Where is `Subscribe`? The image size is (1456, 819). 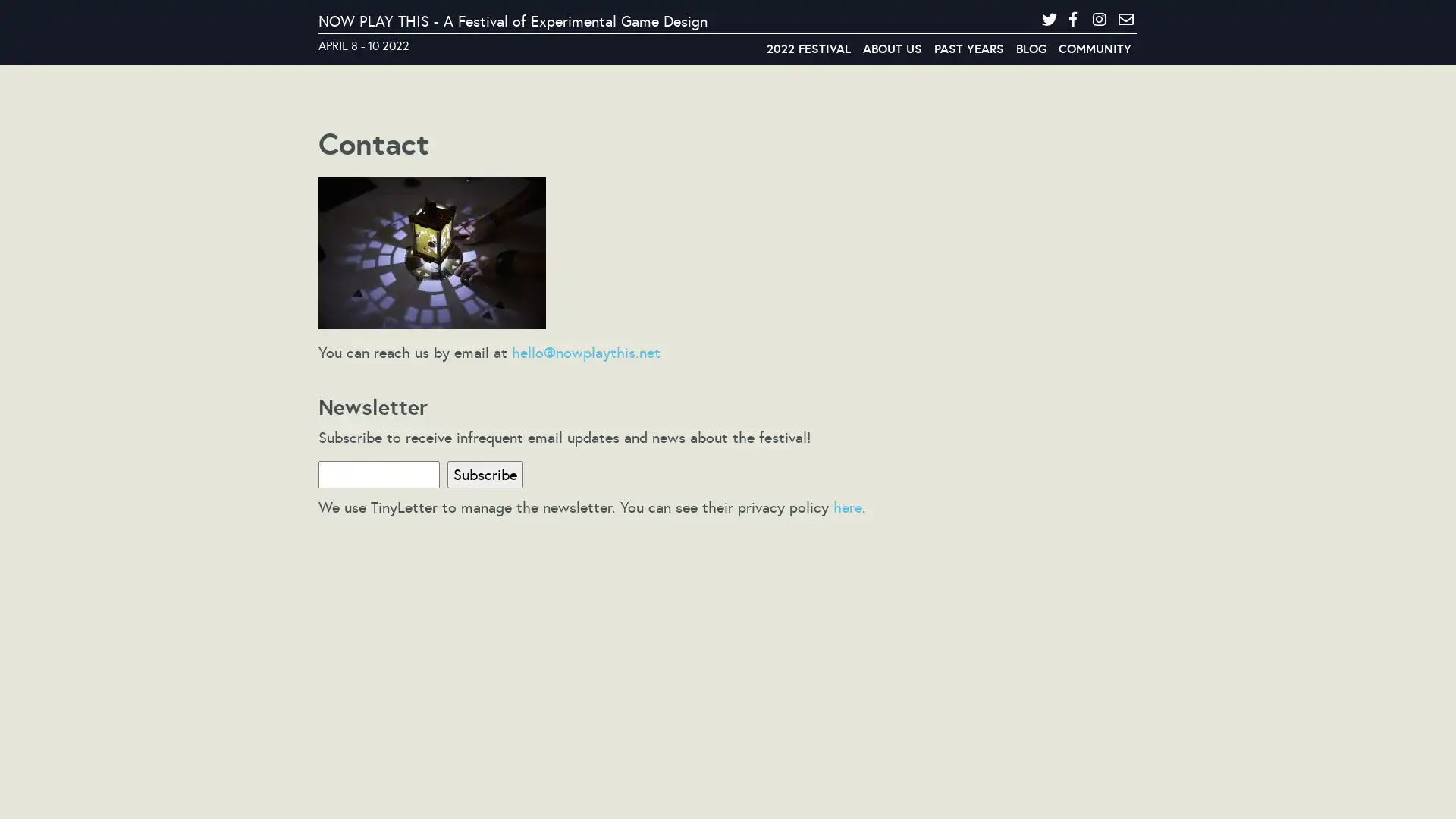
Subscribe is located at coordinates (484, 472).